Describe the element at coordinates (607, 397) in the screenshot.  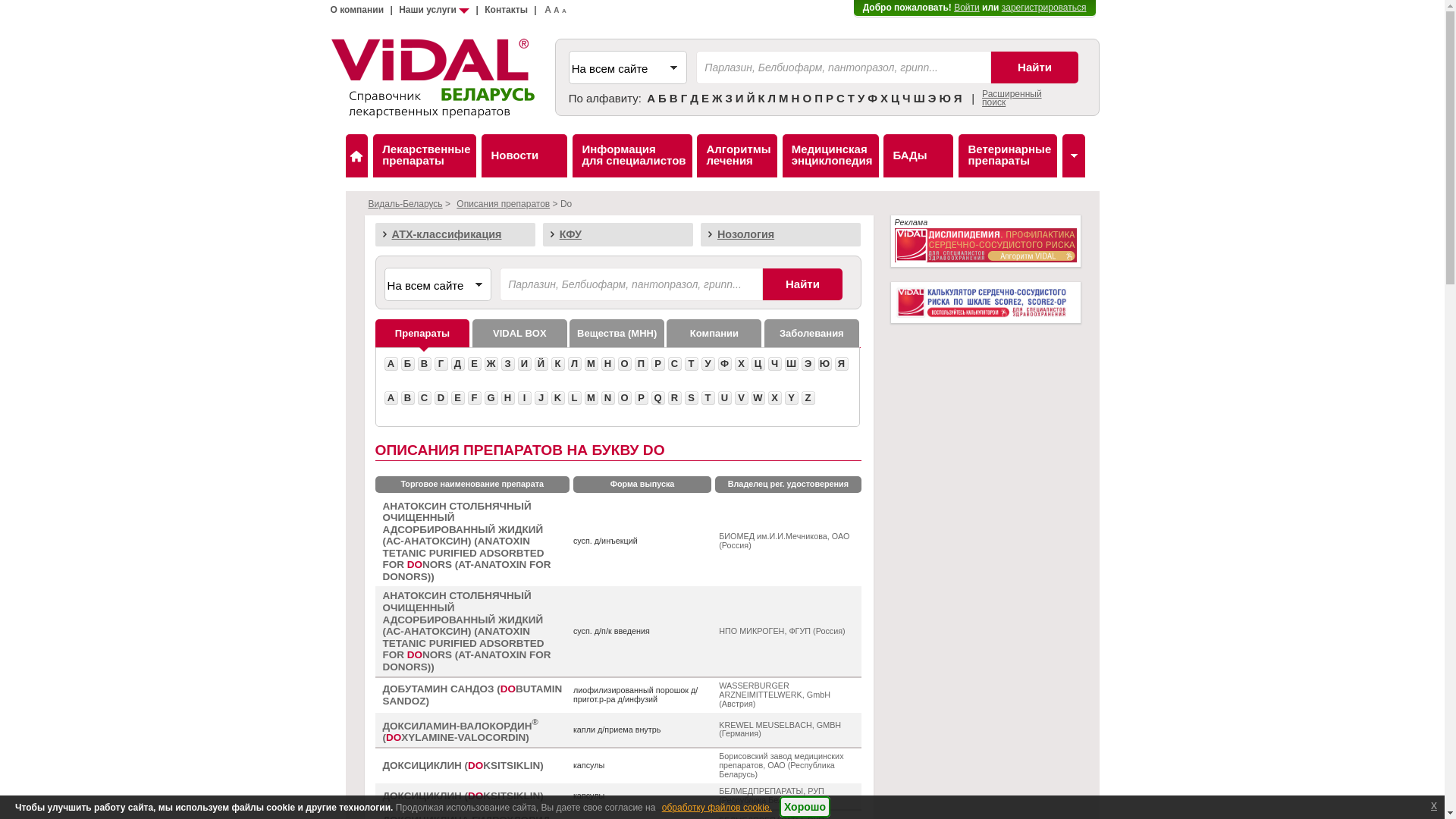
I see `'N'` at that location.